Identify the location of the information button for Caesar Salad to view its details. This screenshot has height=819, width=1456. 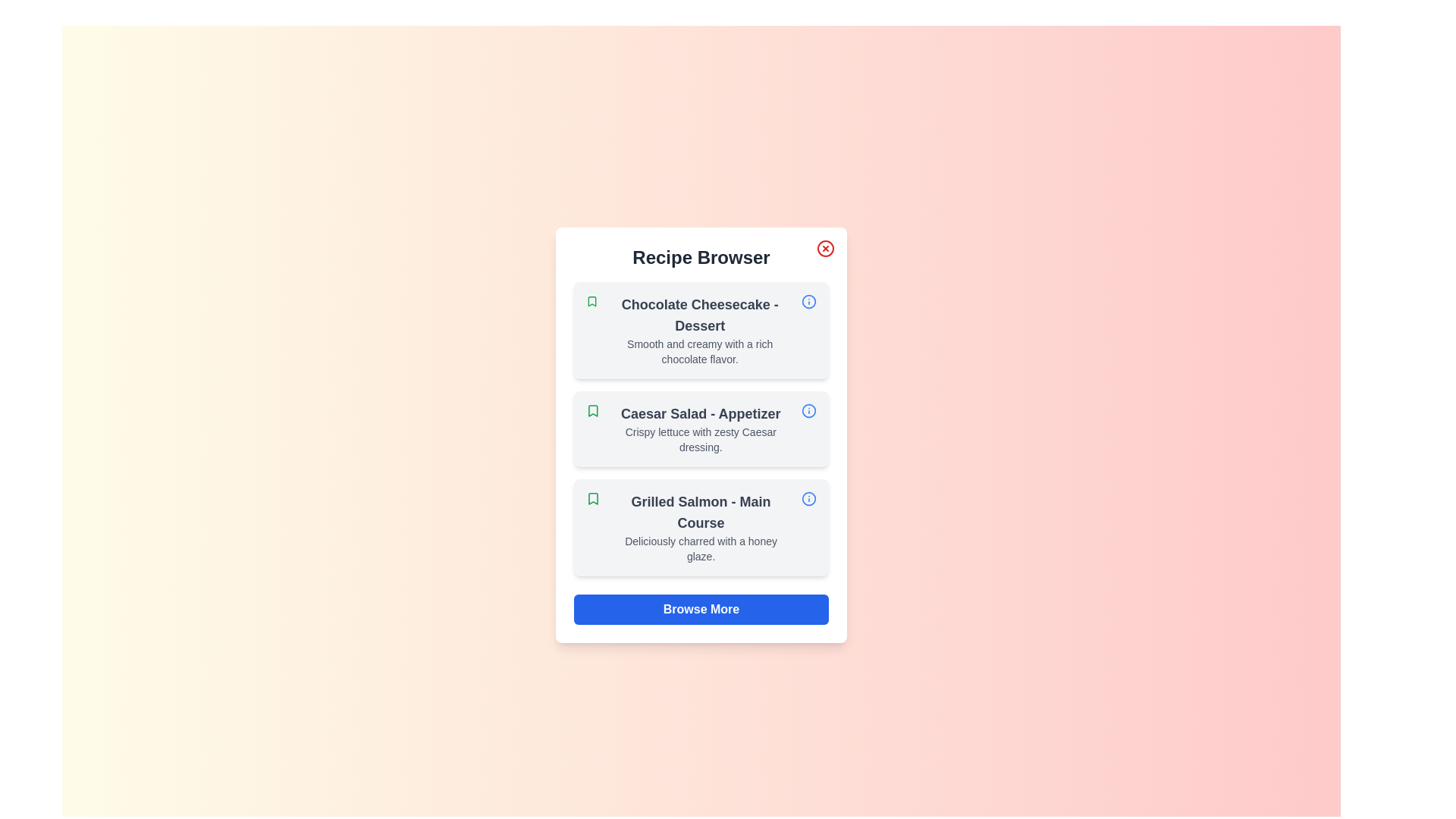
(808, 411).